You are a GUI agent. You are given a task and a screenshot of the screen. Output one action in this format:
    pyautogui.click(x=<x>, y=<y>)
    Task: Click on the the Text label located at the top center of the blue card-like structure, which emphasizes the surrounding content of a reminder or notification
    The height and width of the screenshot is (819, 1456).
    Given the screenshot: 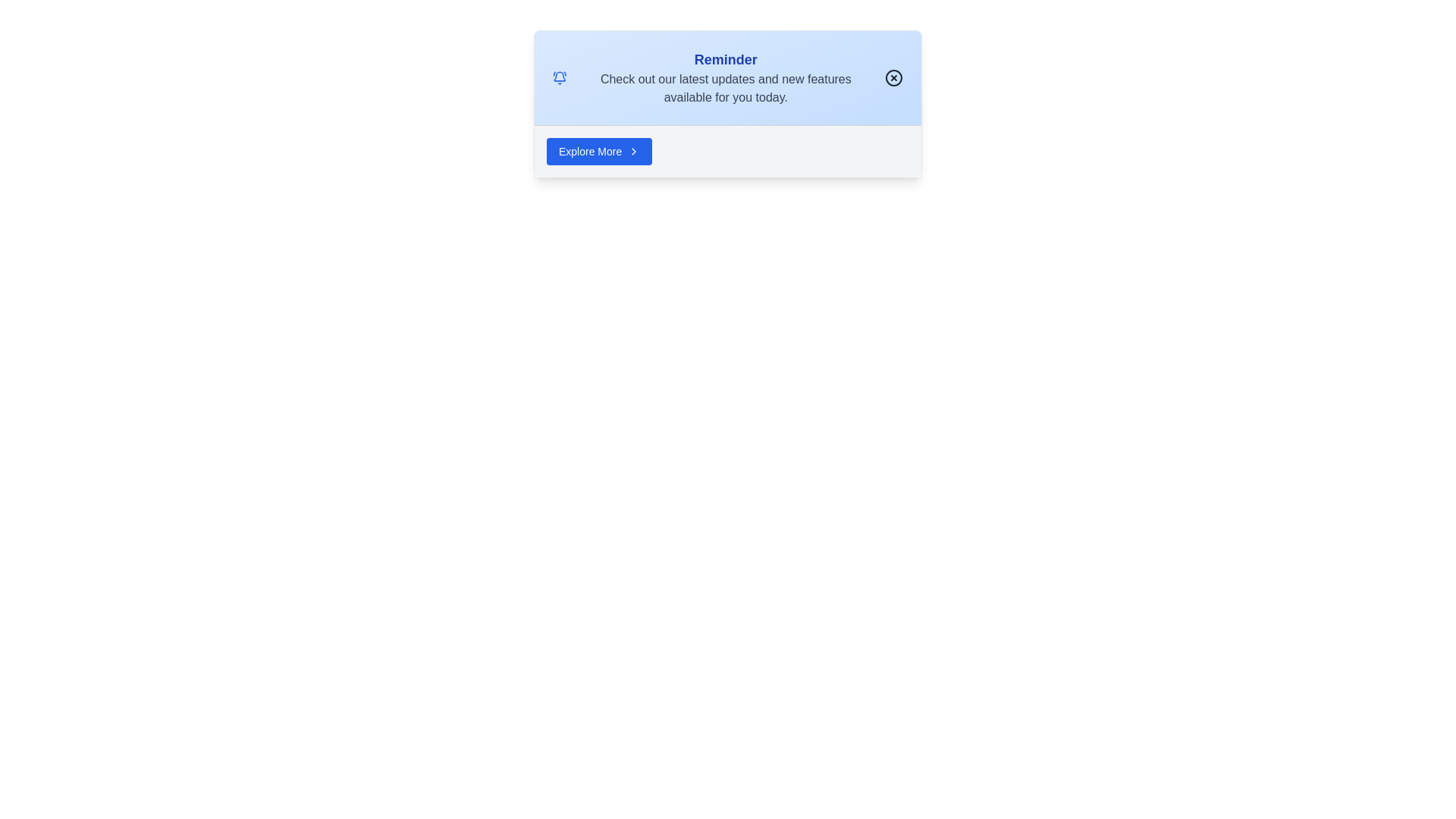 What is the action you would take?
    pyautogui.click(x=725, y=58)
    